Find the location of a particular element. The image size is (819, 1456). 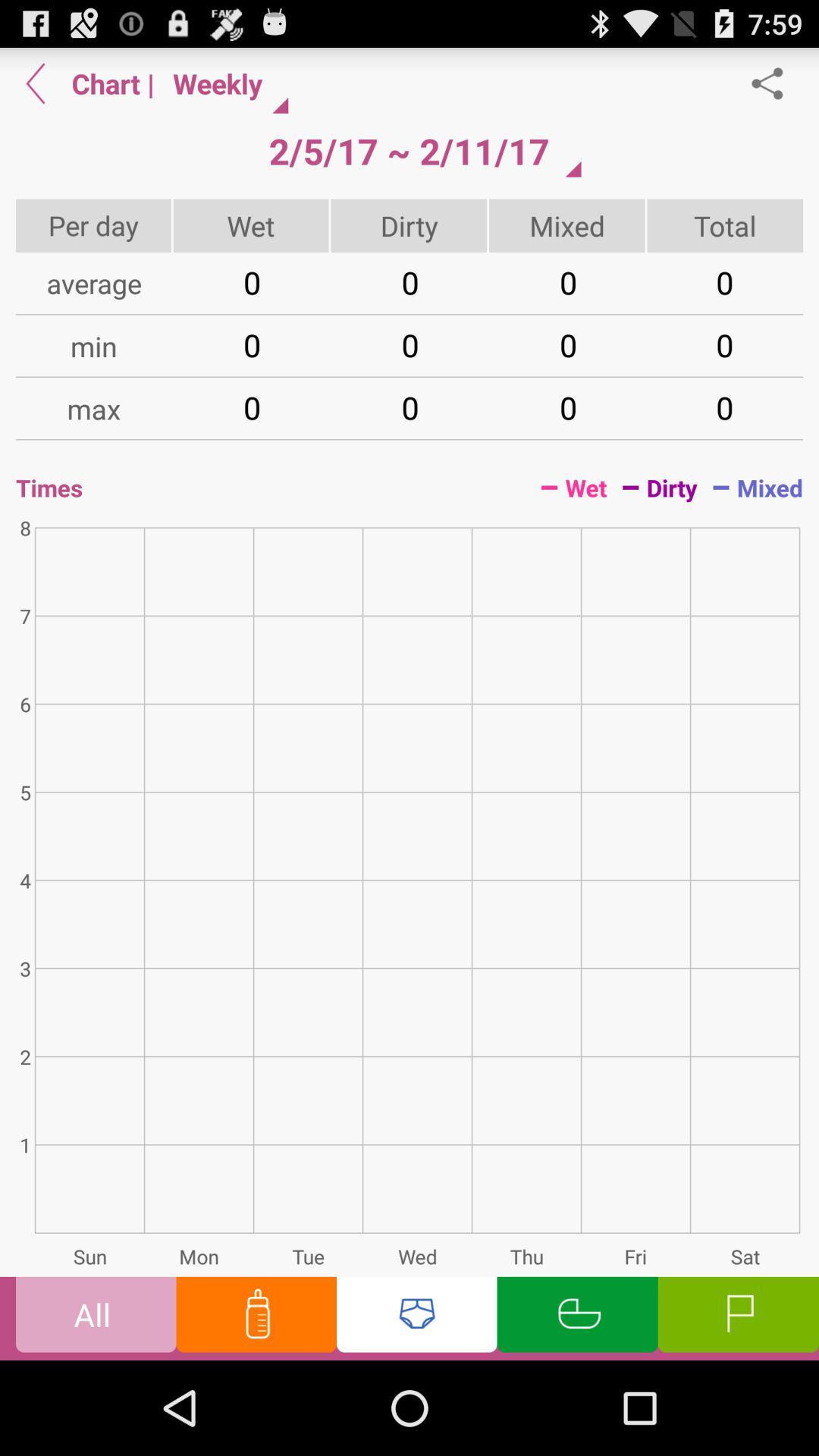

feed button is located at coordinates (256, 1317).